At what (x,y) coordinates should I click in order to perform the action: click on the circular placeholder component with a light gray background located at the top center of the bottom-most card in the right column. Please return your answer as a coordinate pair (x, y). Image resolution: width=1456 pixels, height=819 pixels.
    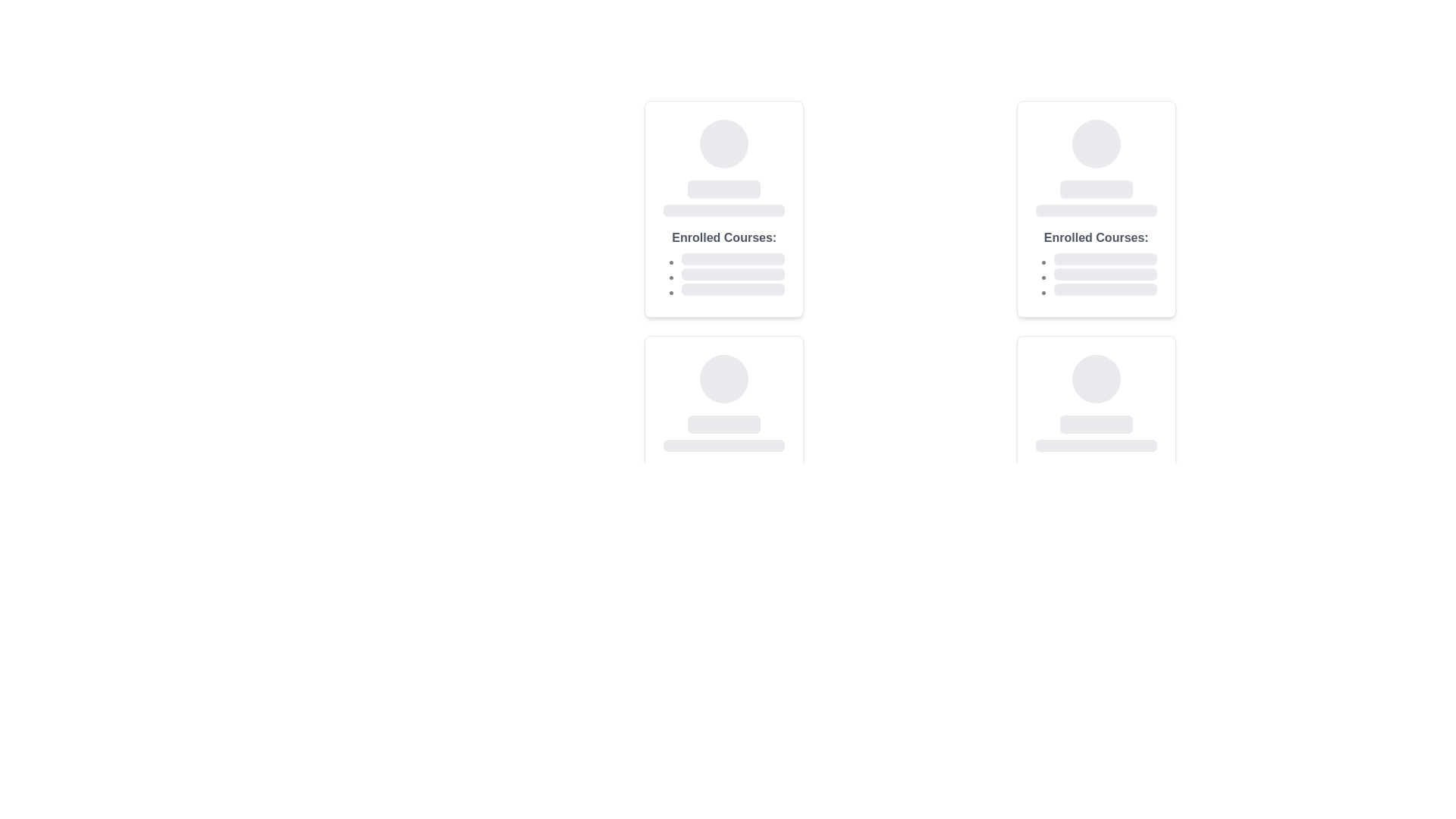
    Looking at the image, I should click on (1096, 378).